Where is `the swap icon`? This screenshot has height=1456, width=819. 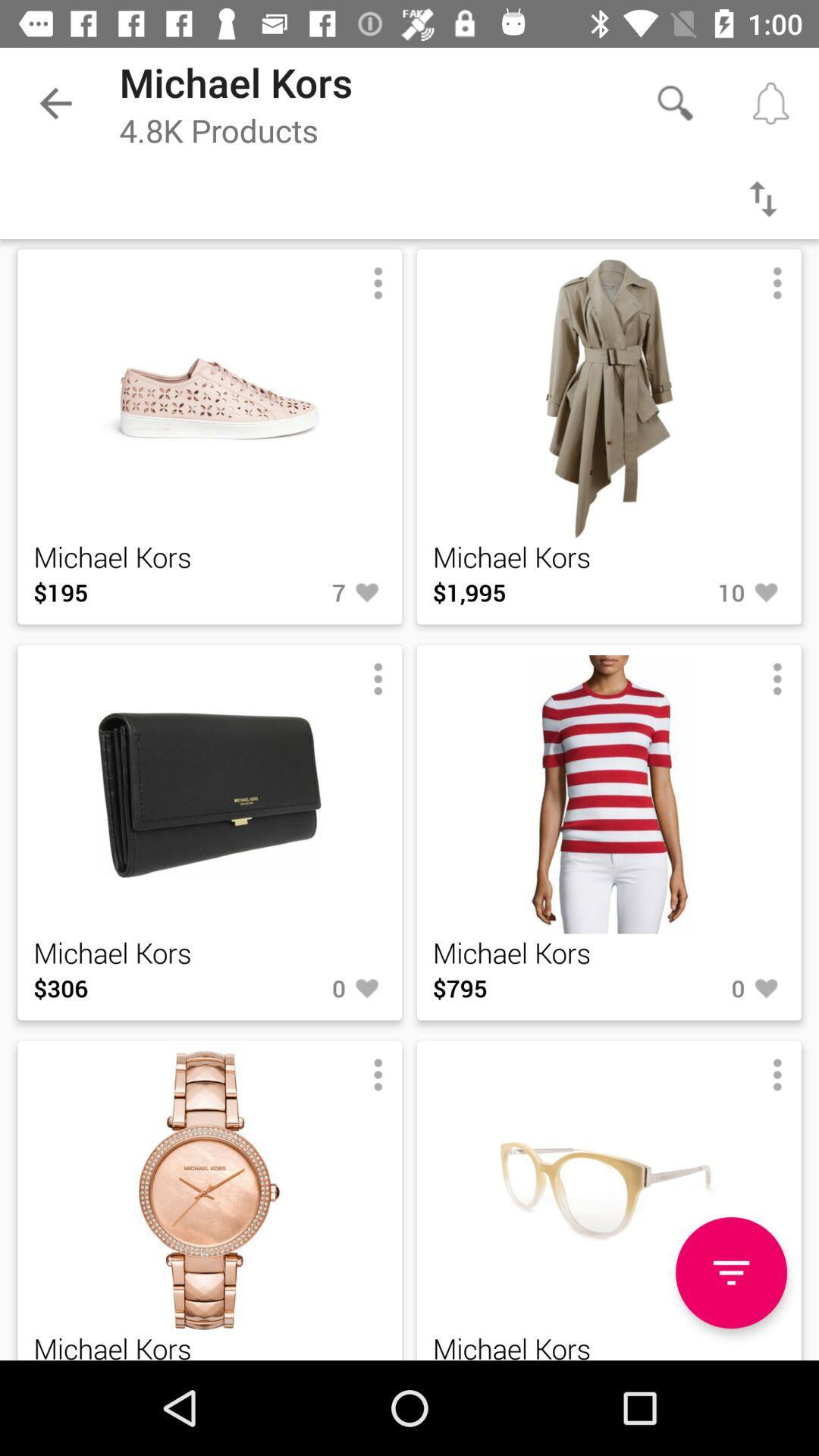 the swap icon is located at coordinates (763, 198).